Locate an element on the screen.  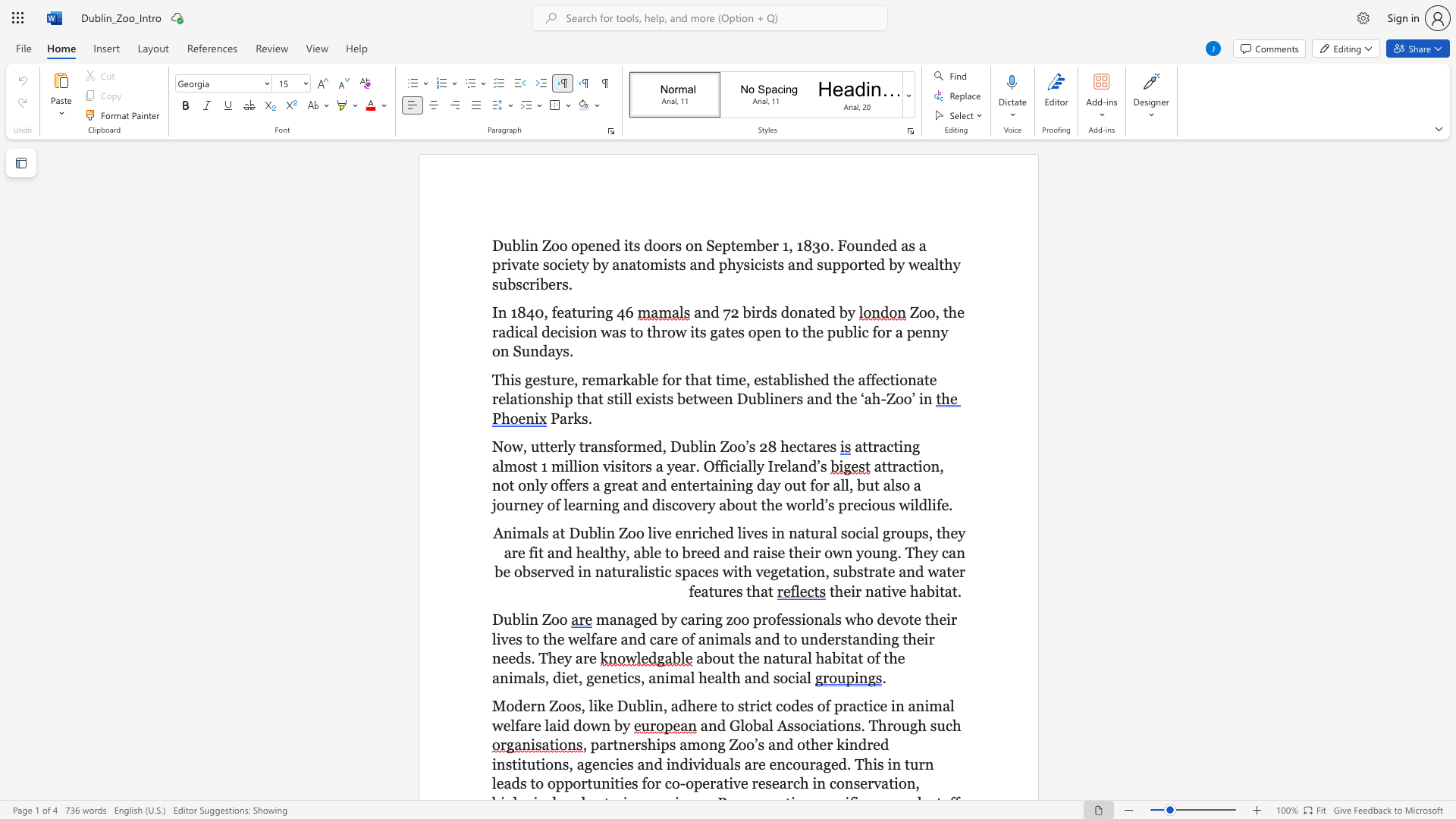
the subset text ", Dub" within the text "Now, utterly transformed, Dublin Zoo’s 28 hectares" is located at coordinates (662, 446).